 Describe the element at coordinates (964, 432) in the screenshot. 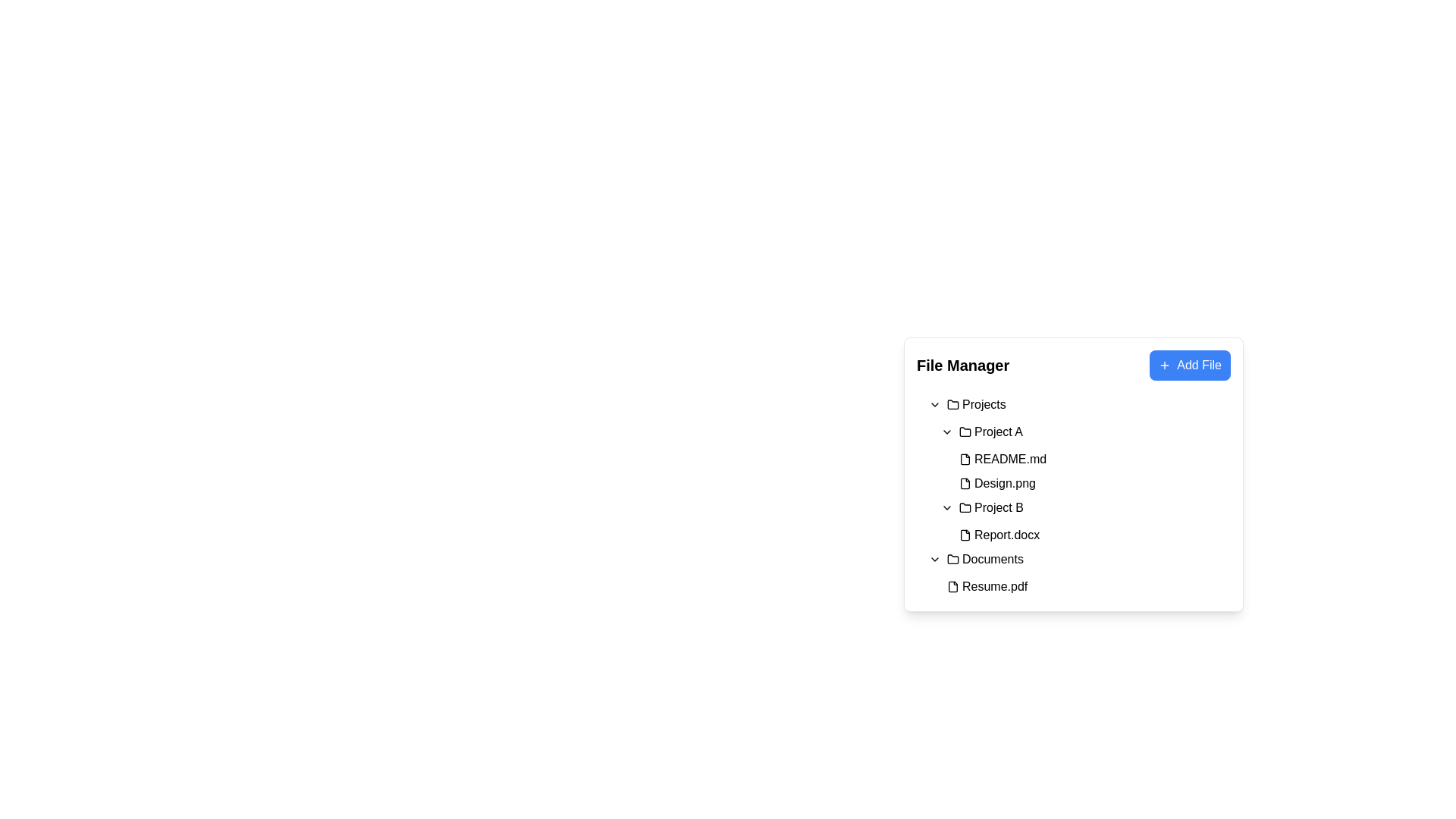

I see `the folder icon representing 'Project A' in the file manager` at that location.